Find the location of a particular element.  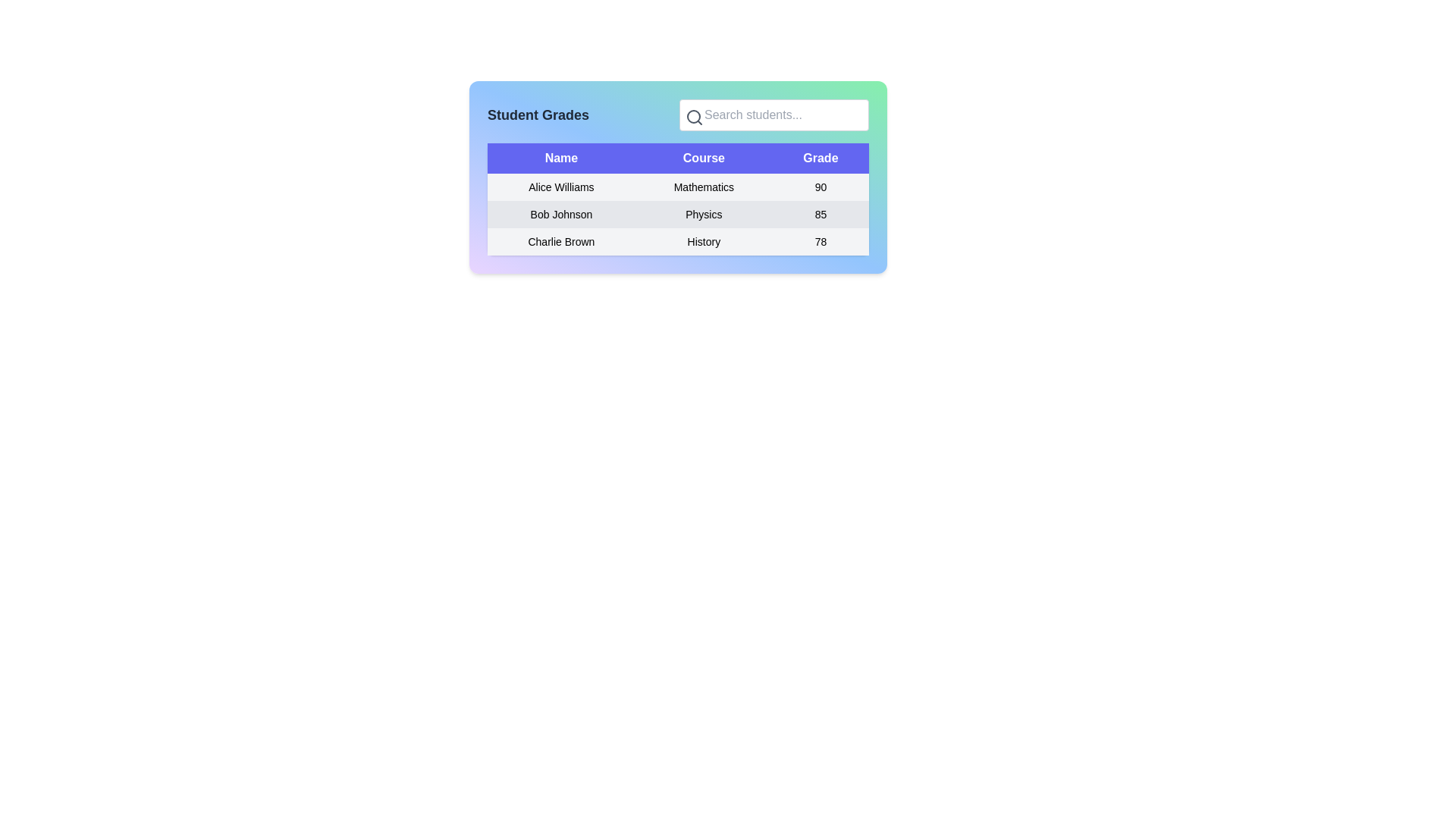

the numerical grade display element (78) for student 'Charlie Brown' in the 'History' course, located in the bottom row of the table under the 'Grade' column is located at coordinates (820, 241).